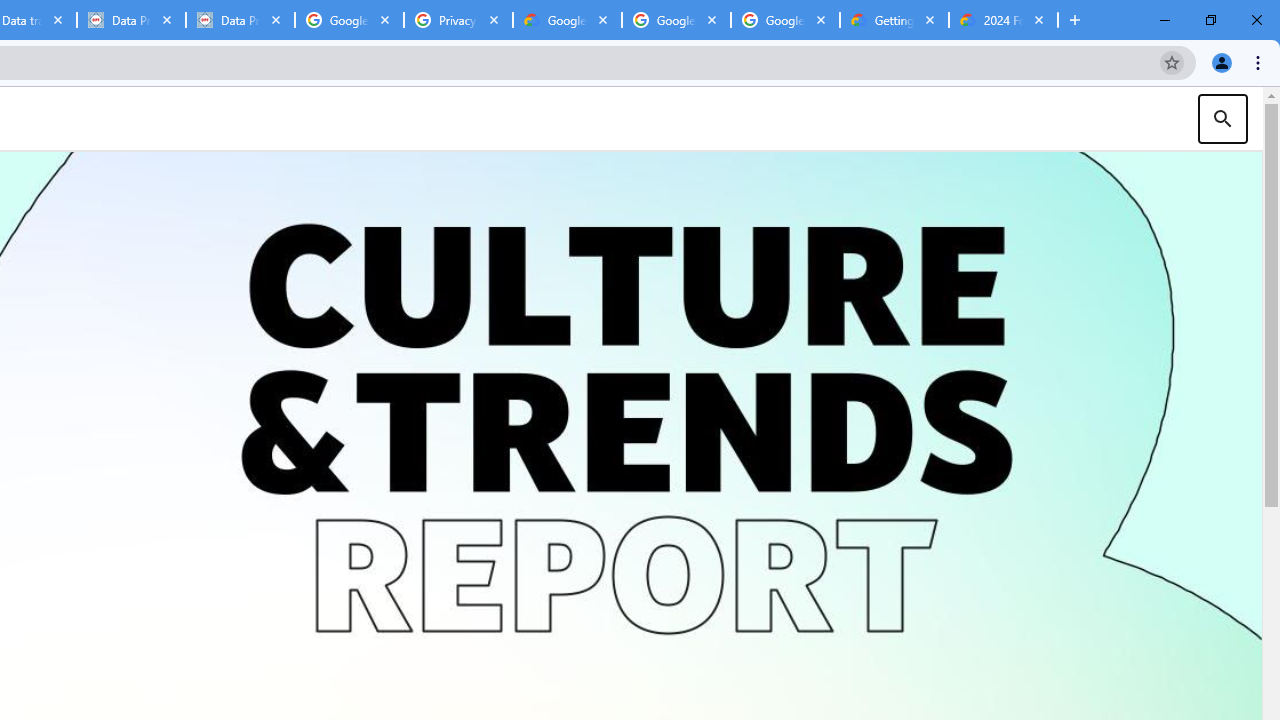  Describe the element at coordinates (566, 20) in the screenshot. I see `'Google Cloud Terms Directory | Google Cloud'` at that location.